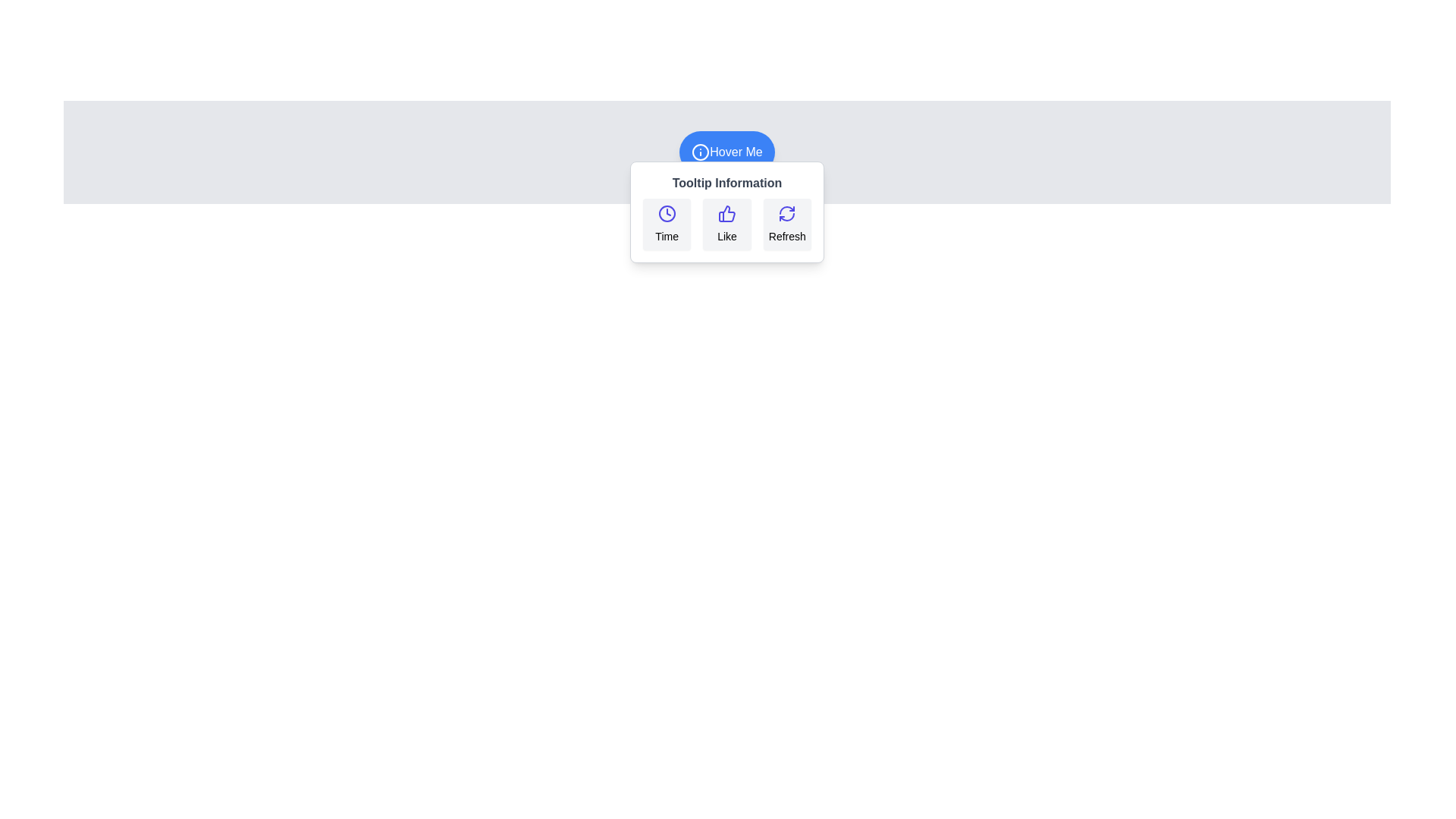 The width and height of the screenshot is (1456, 819). What do you see at coordinates (726, 224) in the screenshot?
I see `the 'Like' button, which is the second item in a grid with a gray background and a blue thumbs-up icon` at bounding box center [726, 224].